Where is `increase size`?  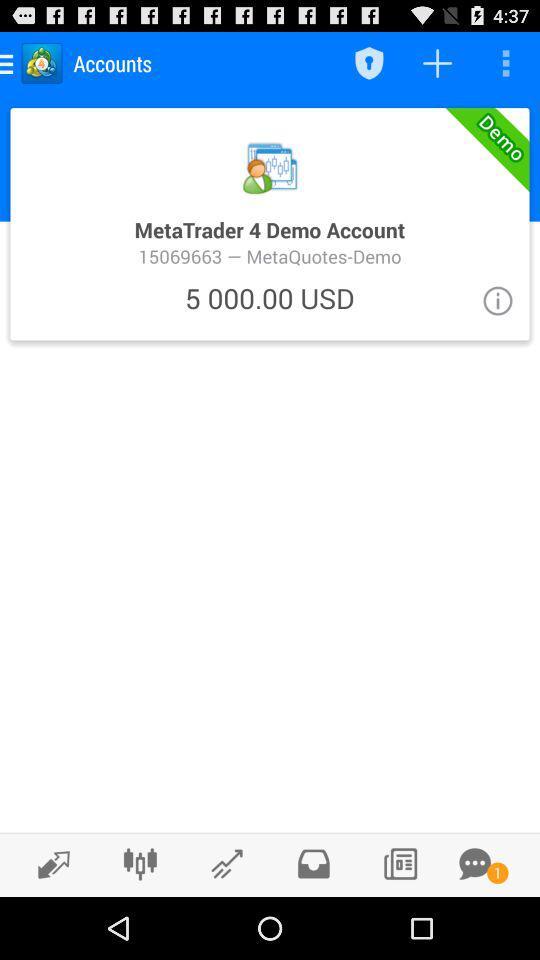
increase size is located at coordinates (48, 863).